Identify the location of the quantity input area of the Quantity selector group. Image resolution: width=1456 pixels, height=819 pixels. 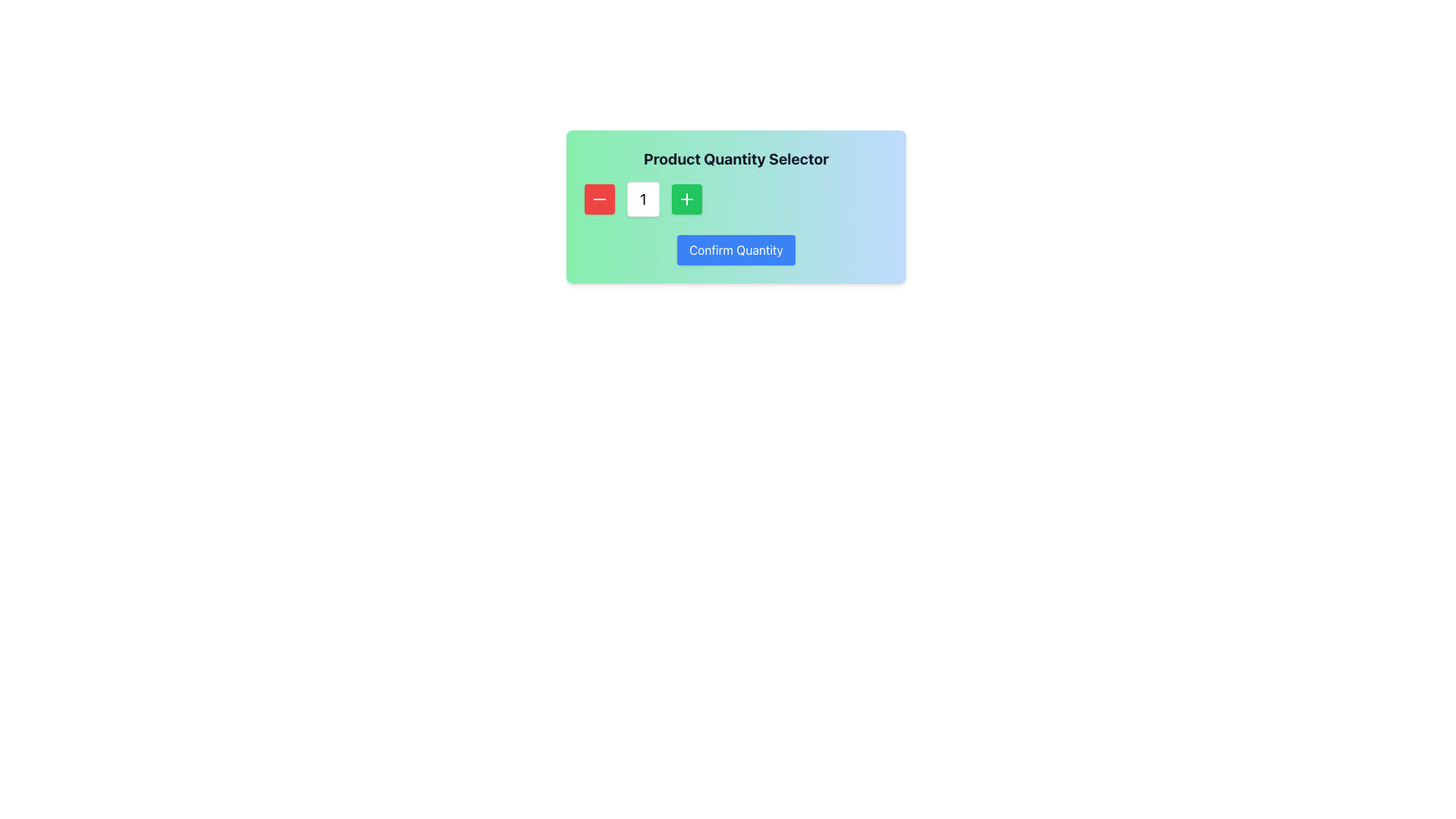
(736, 198).